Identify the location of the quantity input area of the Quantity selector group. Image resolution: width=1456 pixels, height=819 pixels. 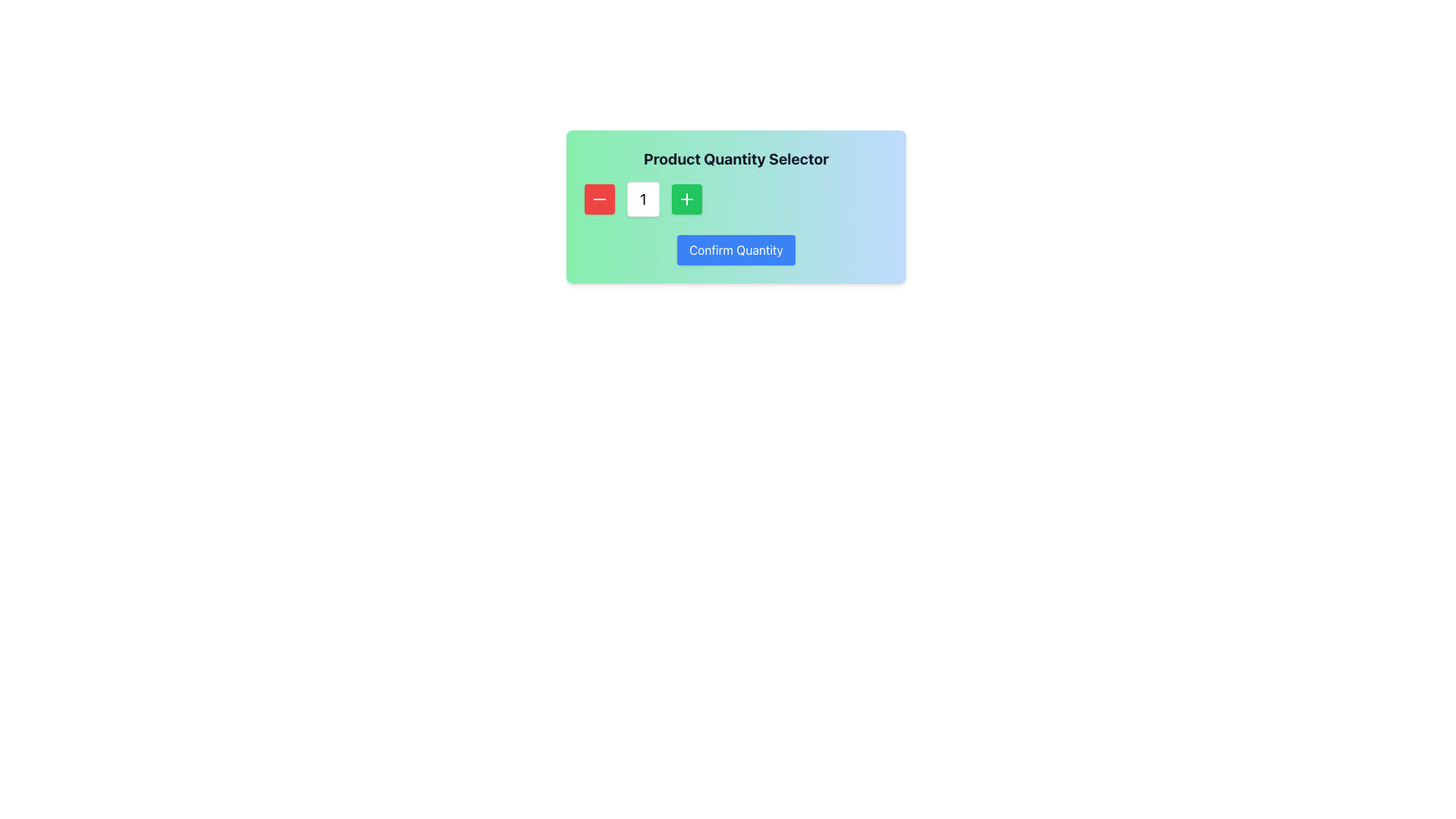
(736, 198).